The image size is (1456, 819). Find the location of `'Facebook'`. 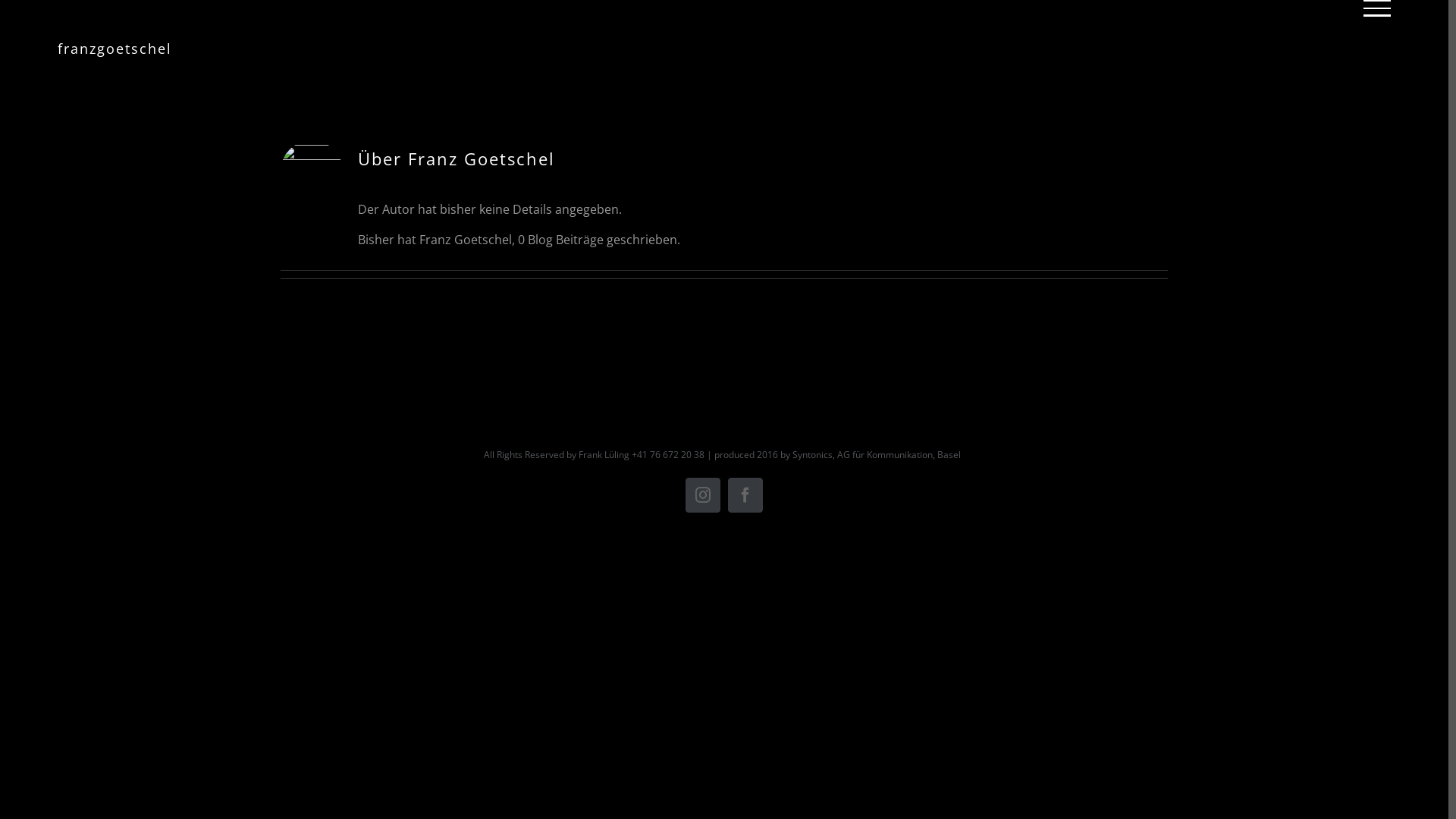

'Facebook' is located at coordinates (745, 494).